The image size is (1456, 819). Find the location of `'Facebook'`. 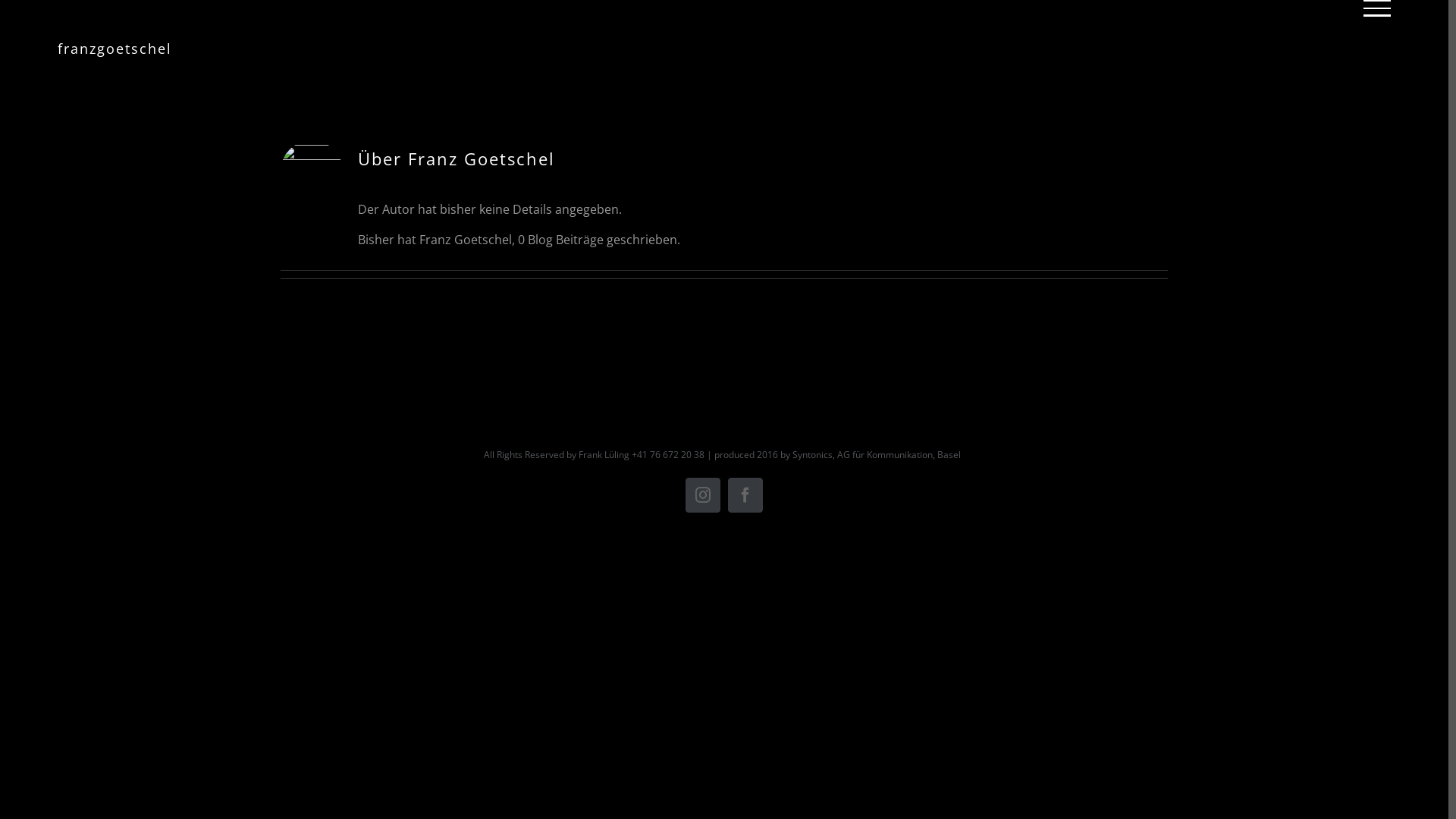

'Facebook' is located at coordinates (745, 494).